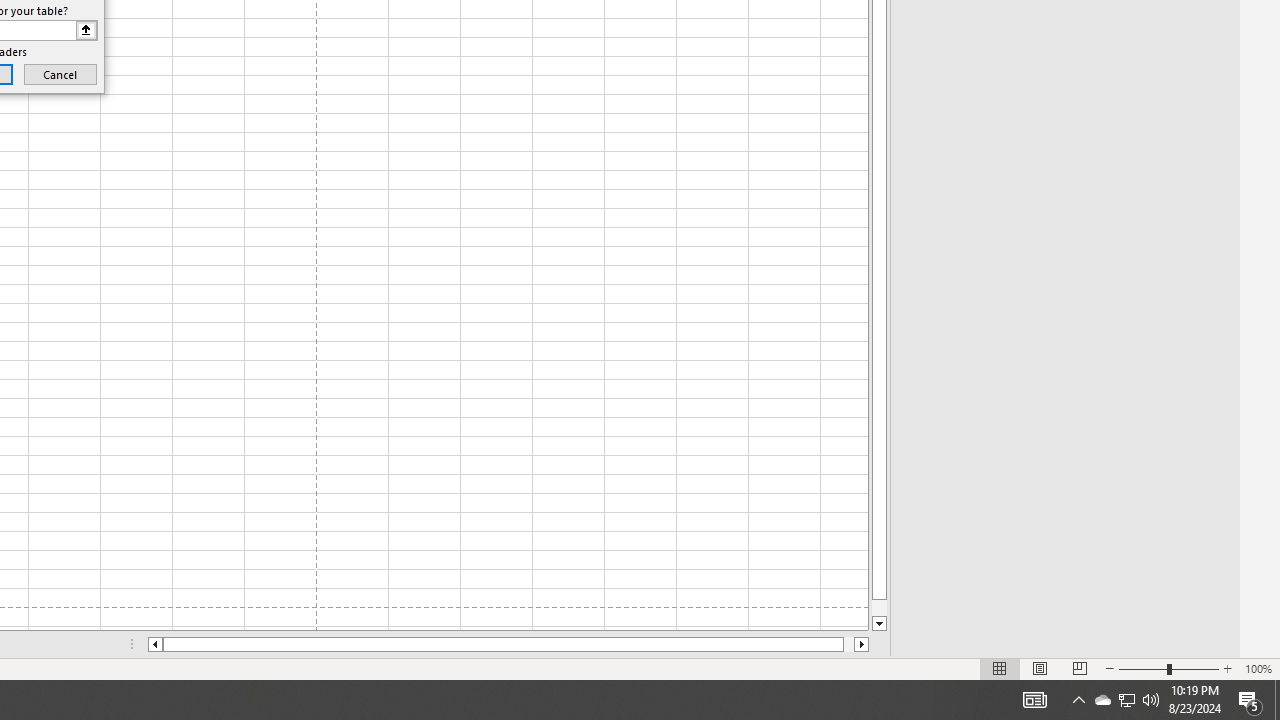  I want to click on 'Line down', so click(879, 623).